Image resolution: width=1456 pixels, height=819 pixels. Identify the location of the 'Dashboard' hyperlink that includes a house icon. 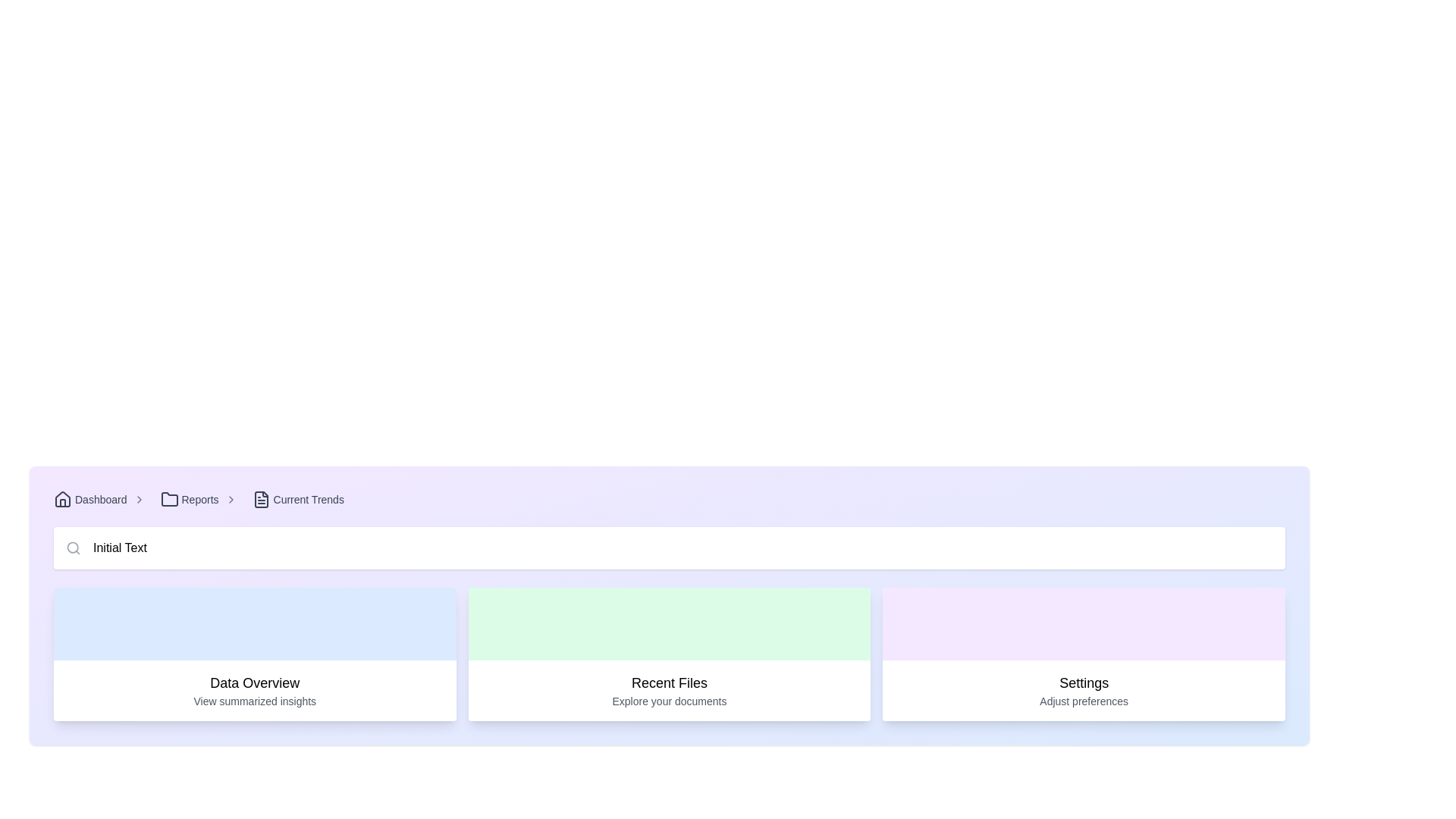
(89, 500).